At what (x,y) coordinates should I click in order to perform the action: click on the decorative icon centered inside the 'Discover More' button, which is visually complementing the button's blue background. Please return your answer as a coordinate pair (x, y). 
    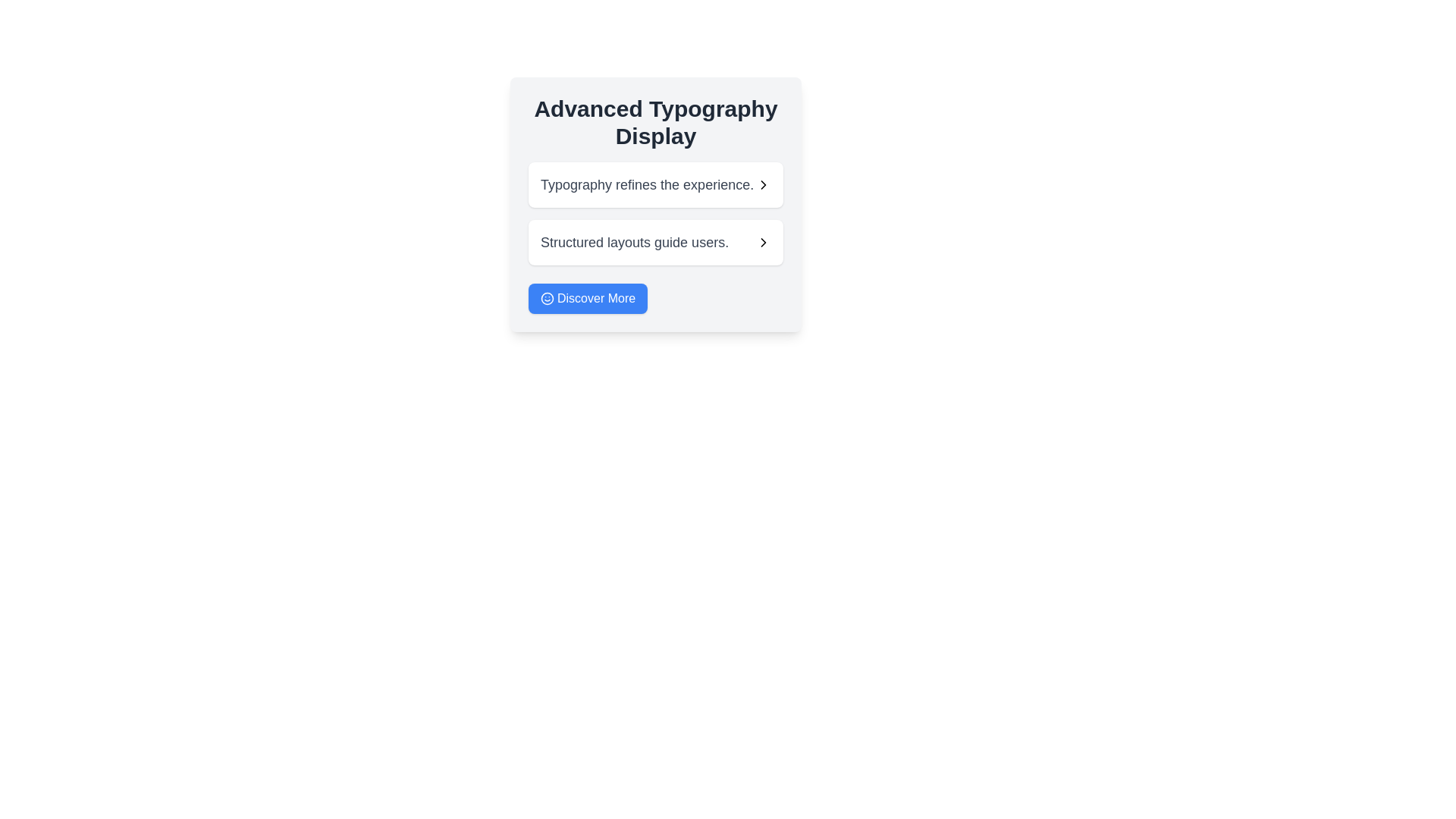
    Looking at the image, I should click on (546, 298).